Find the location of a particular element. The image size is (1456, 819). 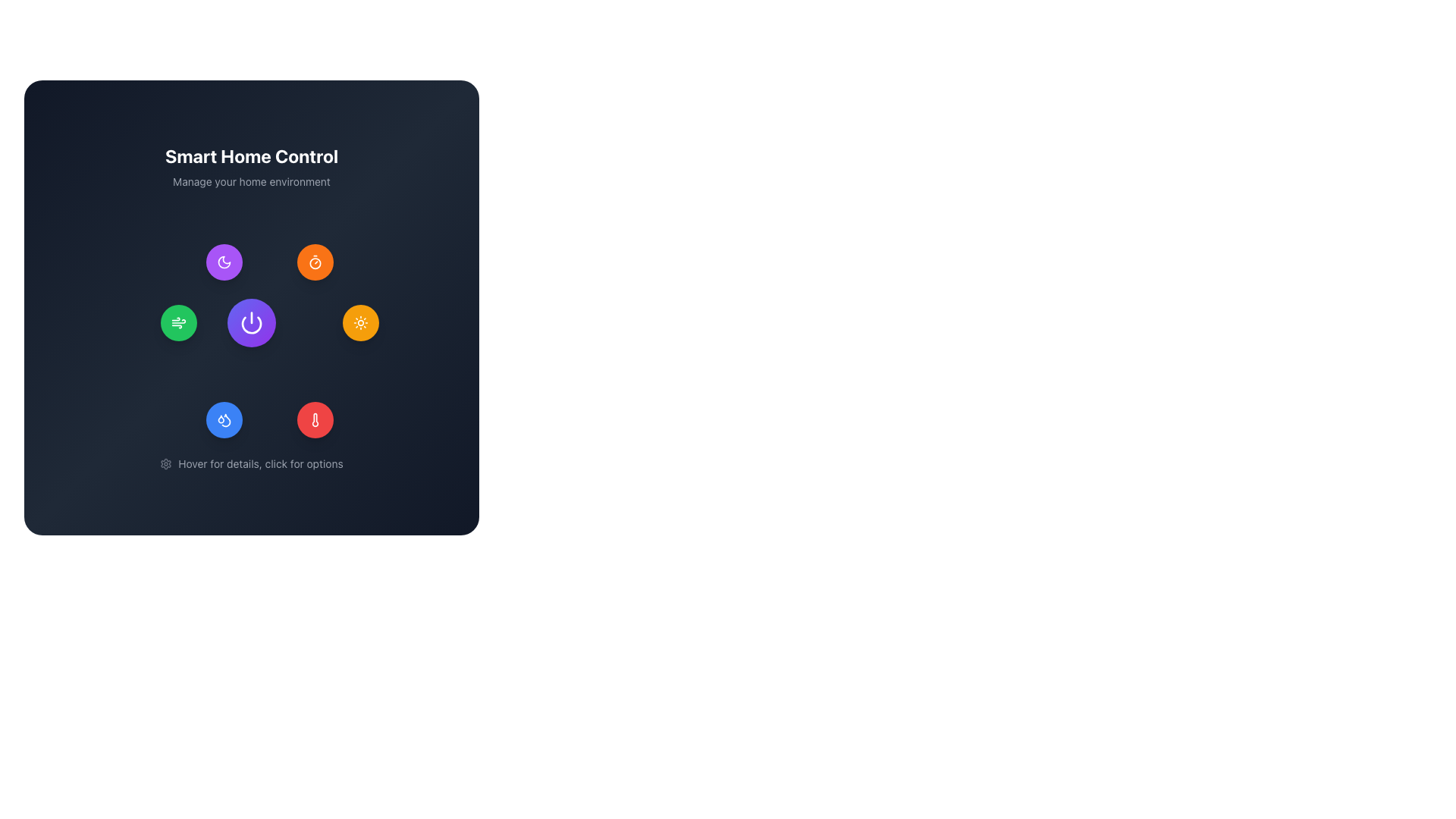

the water control icon located below the central power button in the smart home control interface is located at coordinates (220, 419).